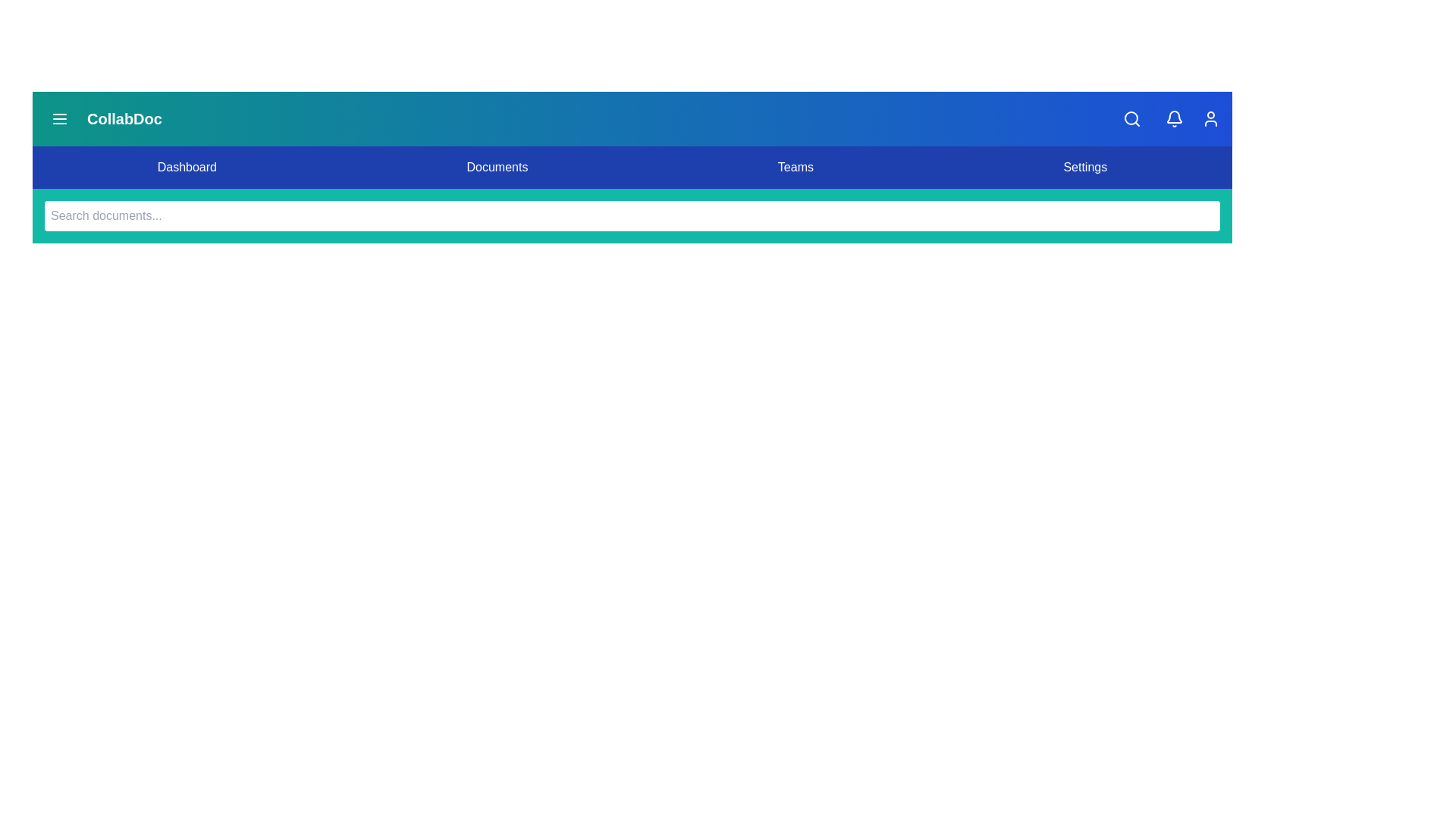  What do you see at coordinates (59, 118) in the screenshot?
I see `the menu_button to view its hover effect` at bounding box center [59, 118].